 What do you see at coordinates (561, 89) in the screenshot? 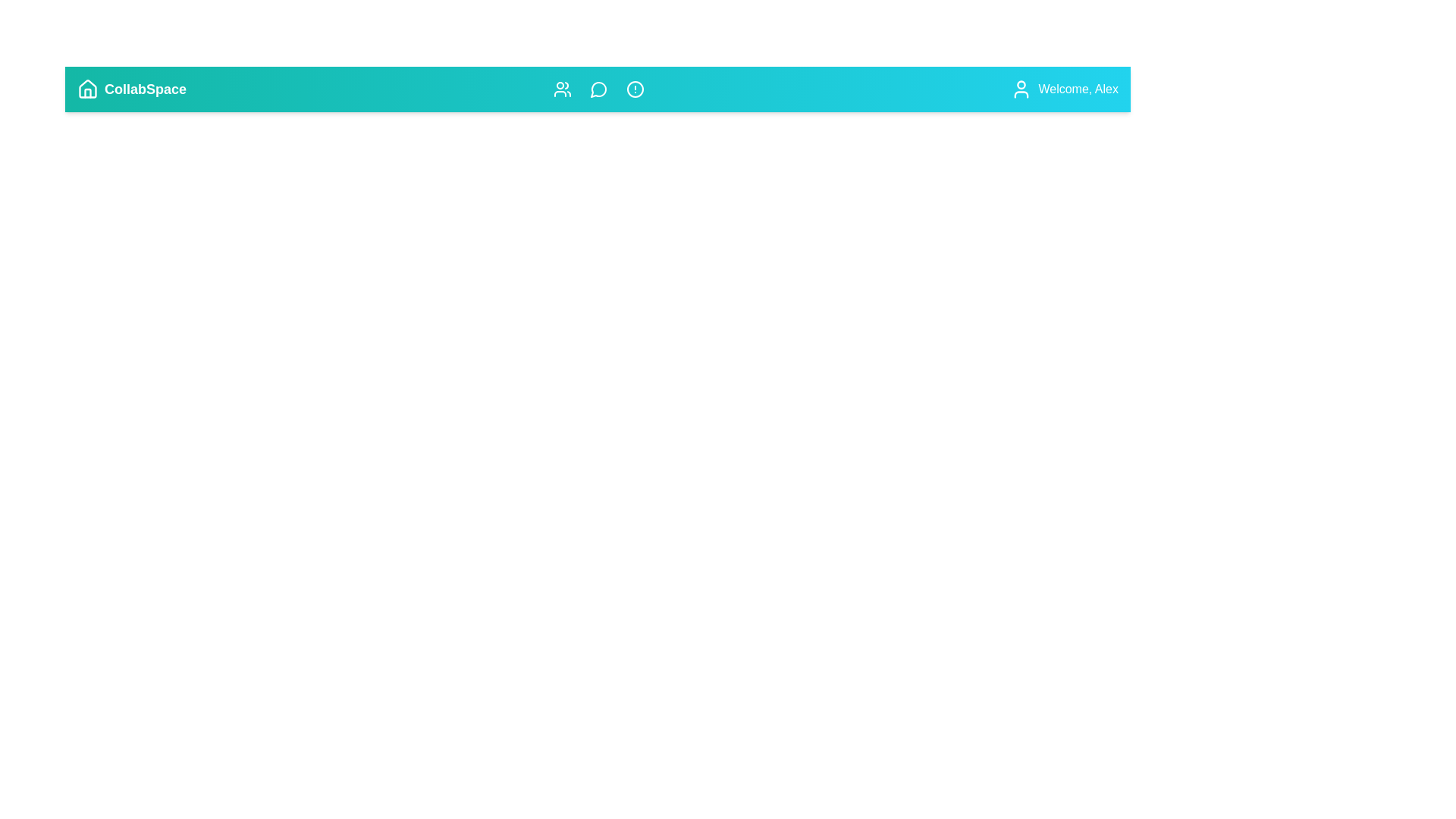
I see `the Teams icon to view team-related information` at bounding box center [561, 89].